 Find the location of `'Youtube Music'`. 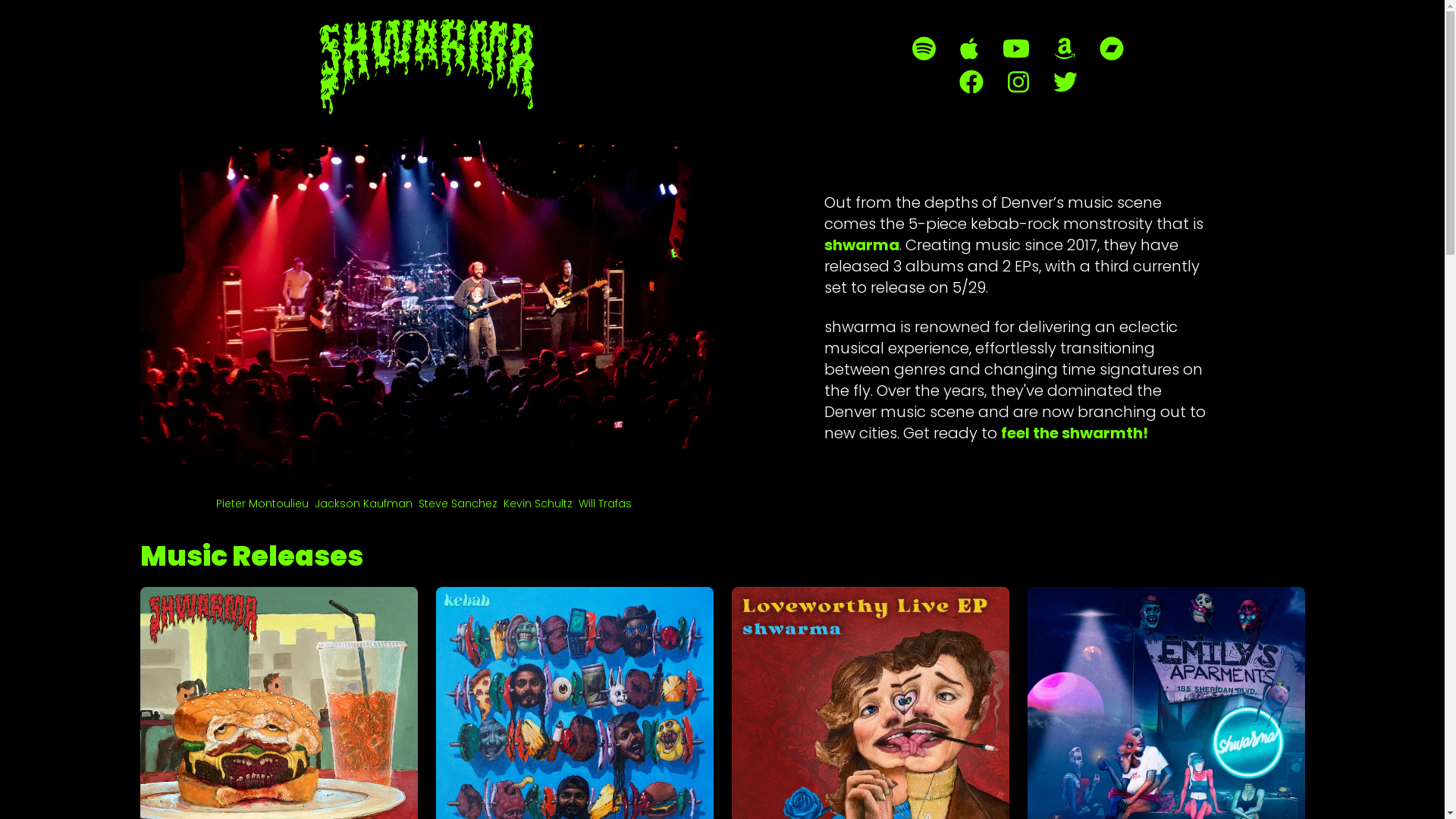

'Youtube Music' is located at coordinates (1015, 48).